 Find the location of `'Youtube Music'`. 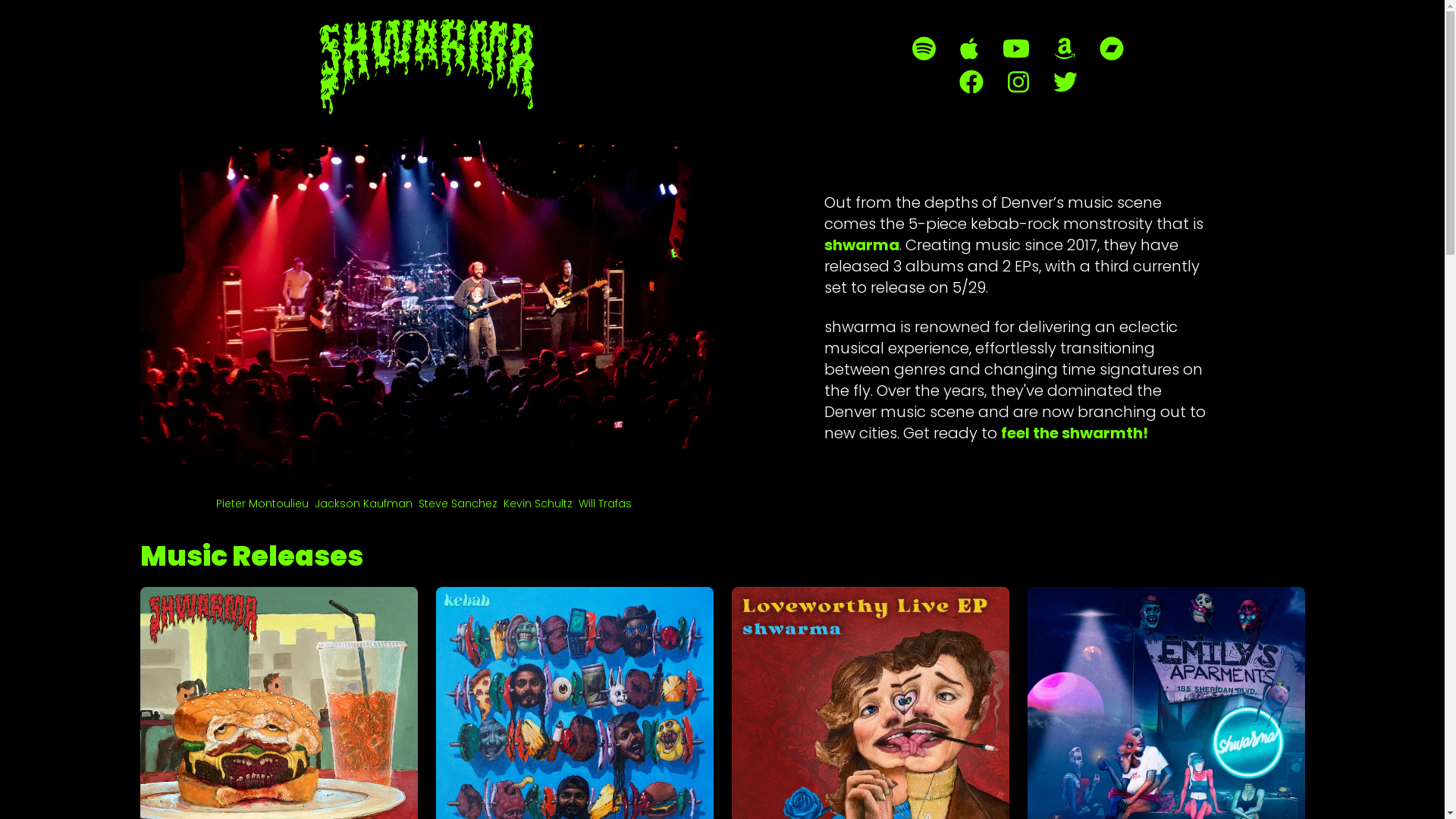

'Youtube Music' is located at coordinates (1015, 48).